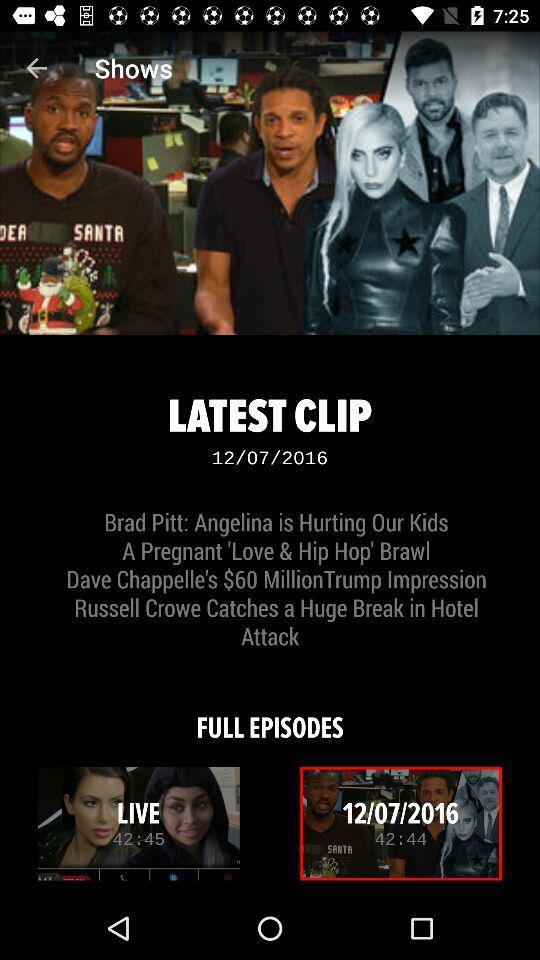  Describe the element at coordinates (36, 68) in the screenshot. I see `the item next to the shows icon` at that location.